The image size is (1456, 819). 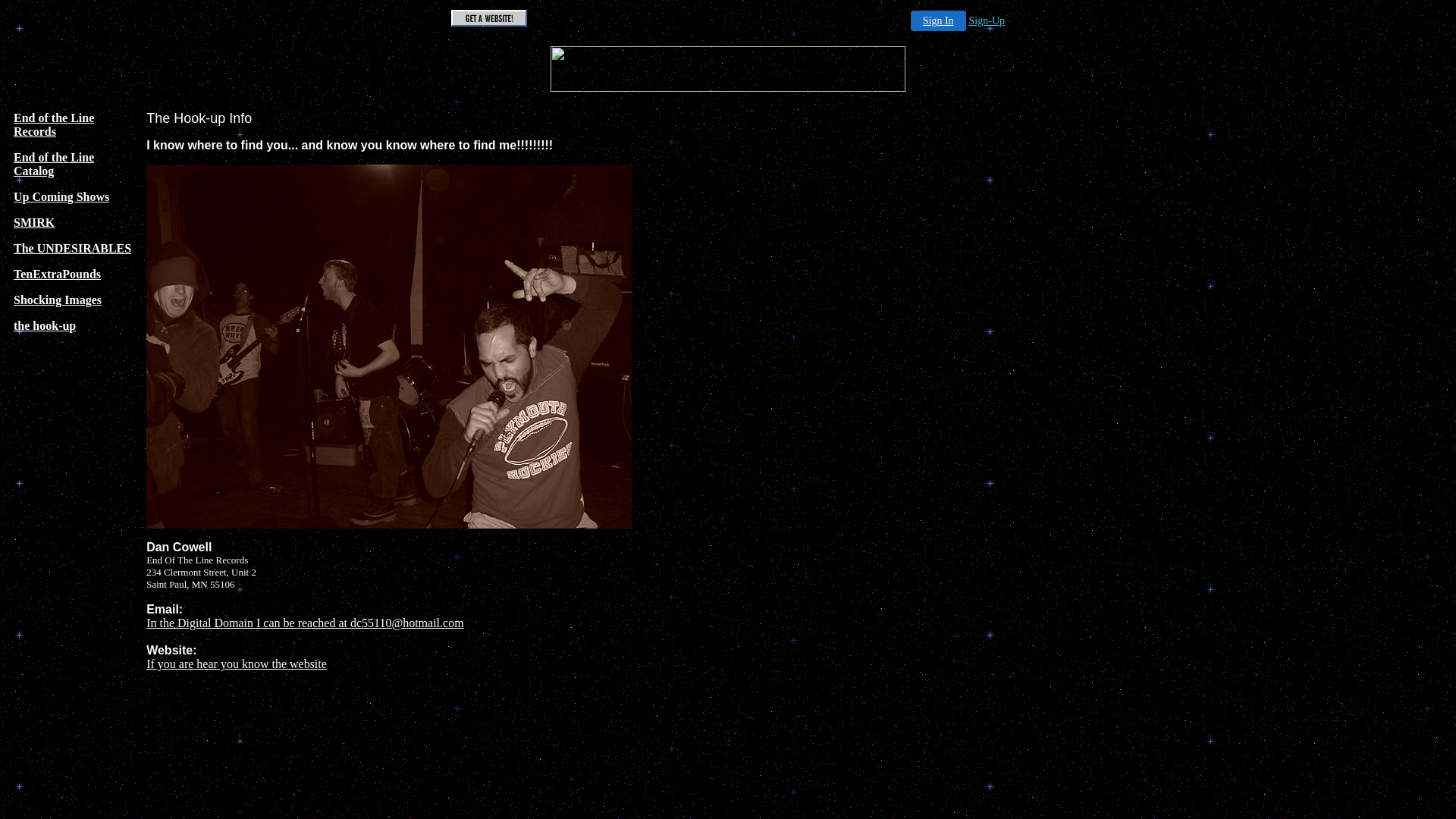 What do you see at coordinates (937, 20) in the screenshot?
I see `'Sign In'` at bounding box center [937, 20].